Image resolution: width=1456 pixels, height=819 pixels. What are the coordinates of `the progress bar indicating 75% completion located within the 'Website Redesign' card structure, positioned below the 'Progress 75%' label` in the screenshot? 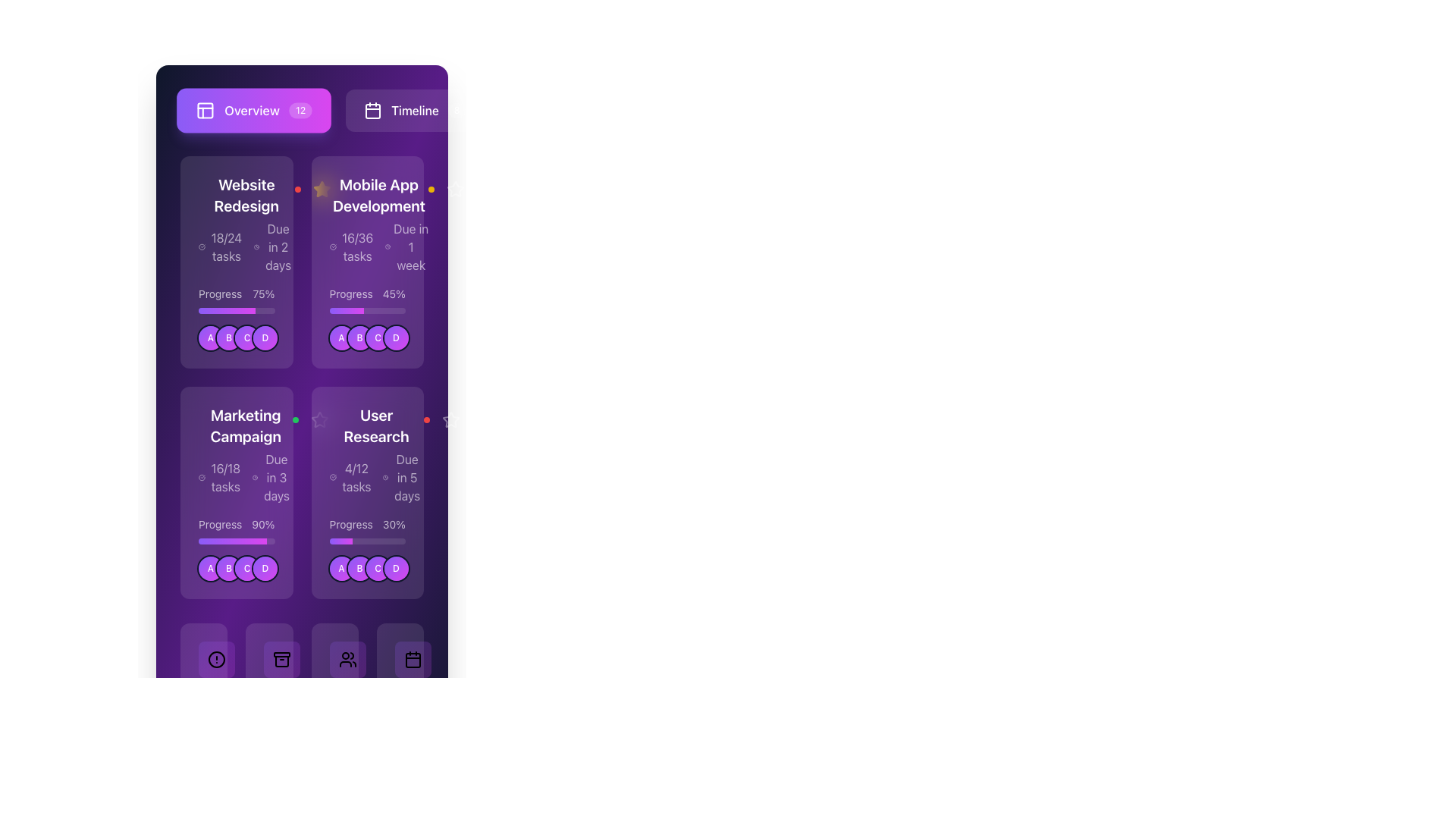 It's located at (236, 309).